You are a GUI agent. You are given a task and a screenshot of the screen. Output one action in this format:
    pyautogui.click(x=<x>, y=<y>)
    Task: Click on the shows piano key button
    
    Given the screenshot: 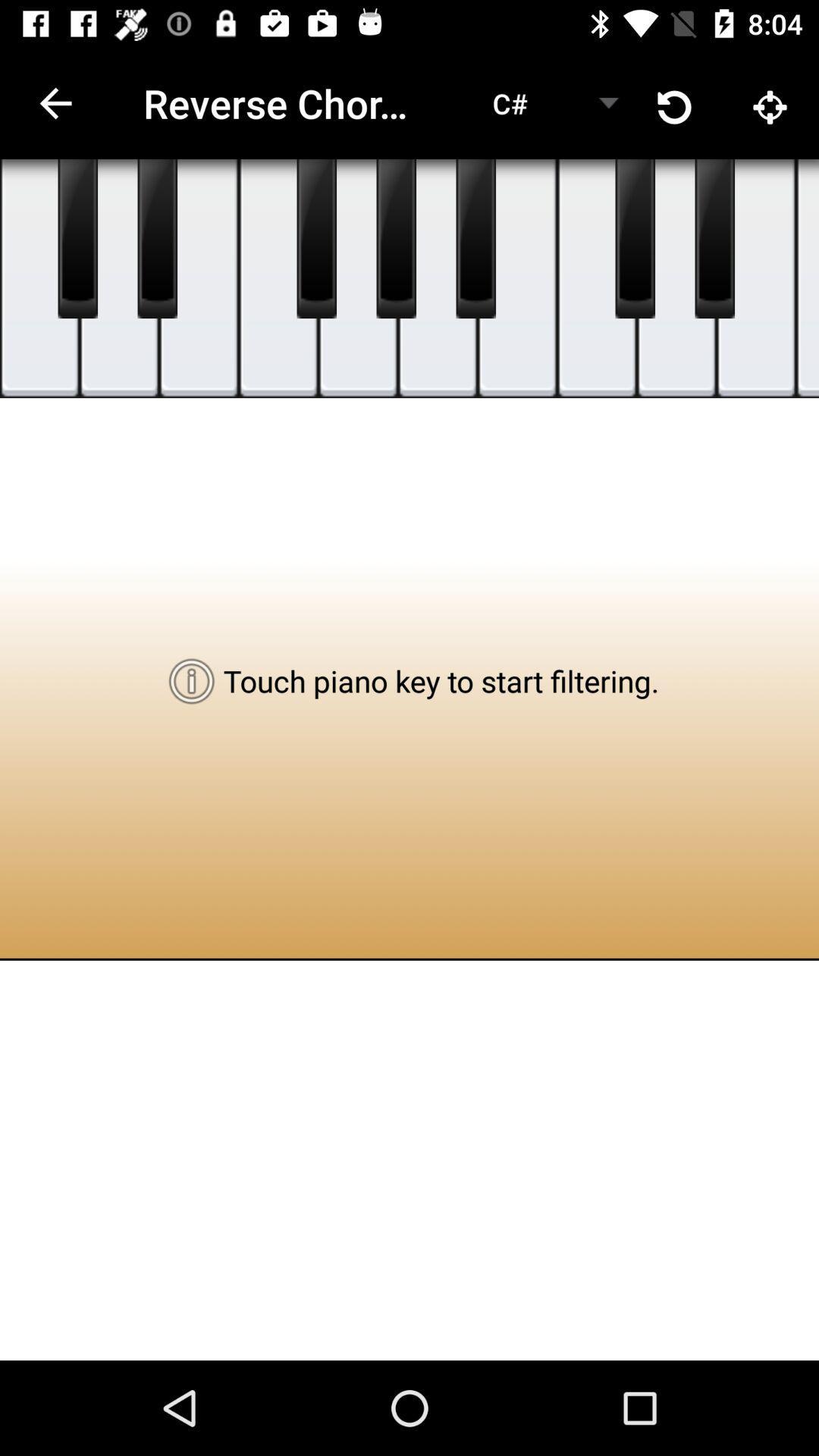 What is the action you would take?
    pyautogui.click(x=714, y=238)
    